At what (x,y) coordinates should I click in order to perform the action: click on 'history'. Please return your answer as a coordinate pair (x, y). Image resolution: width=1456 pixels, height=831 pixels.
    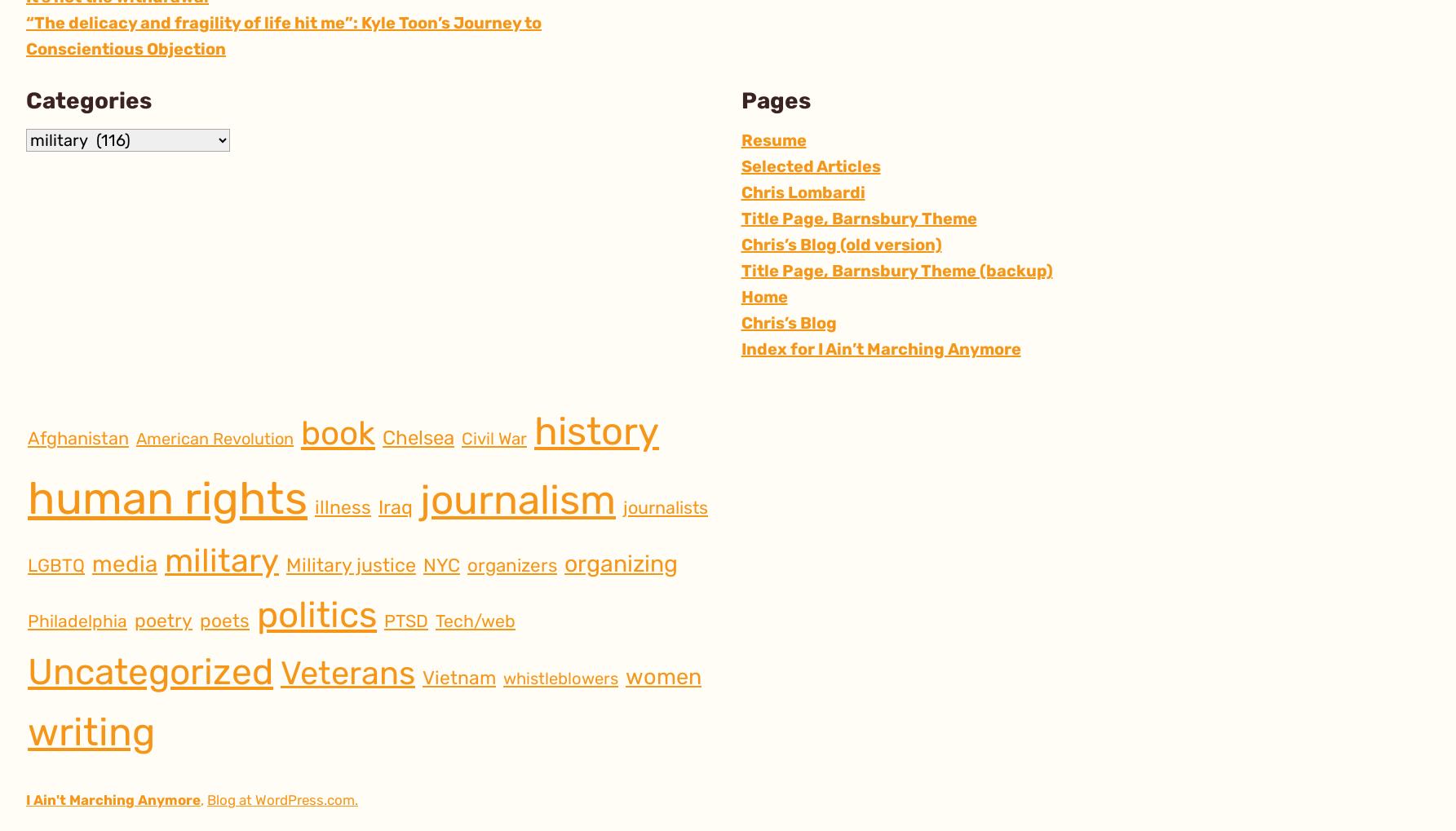
    Looking at the image, I should click on (595, 431).